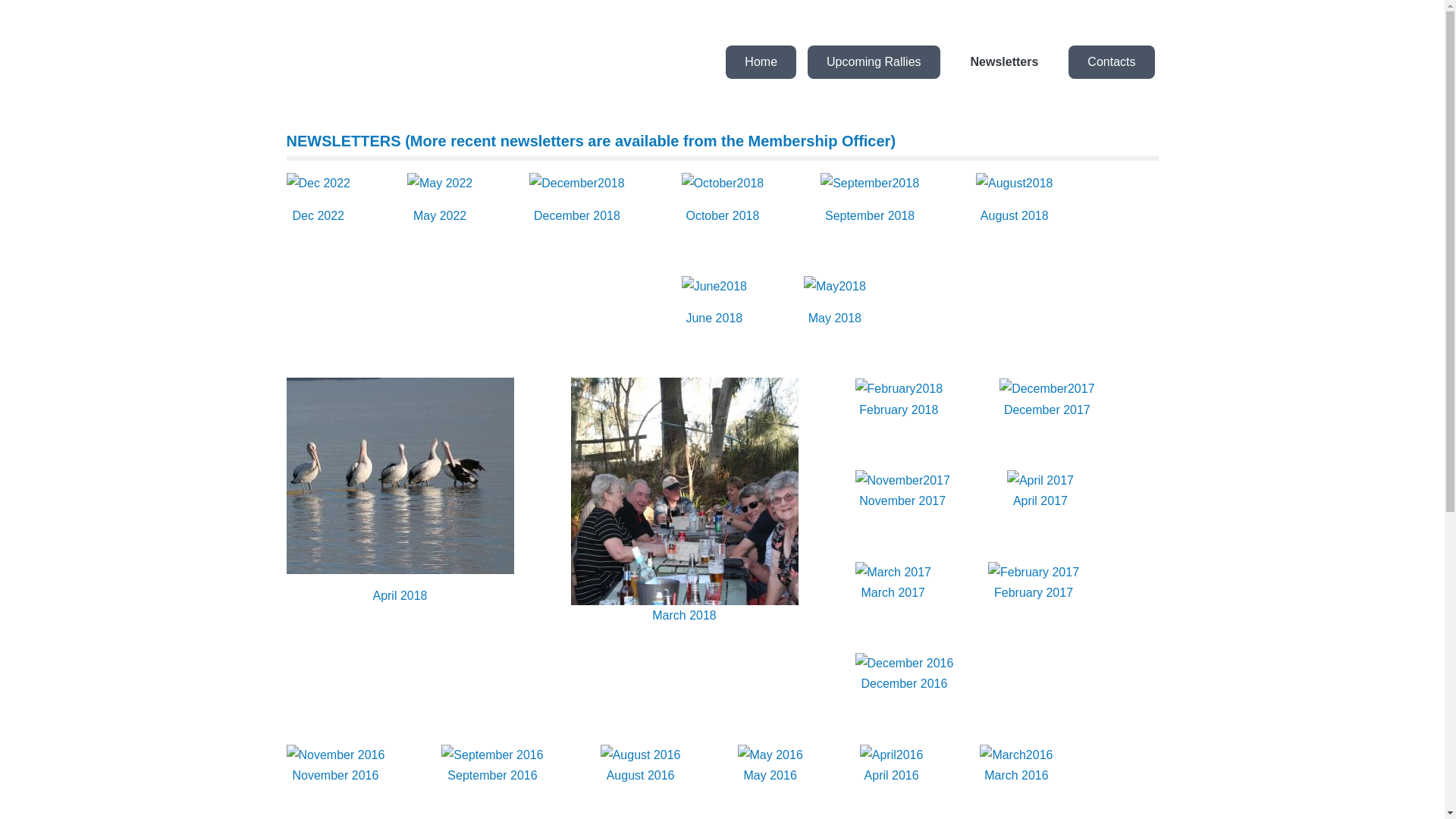  What do you see at coordinates (1046, 409) in the screenshot?
I see `'December 2017'` at bounding box center [1046, 409].